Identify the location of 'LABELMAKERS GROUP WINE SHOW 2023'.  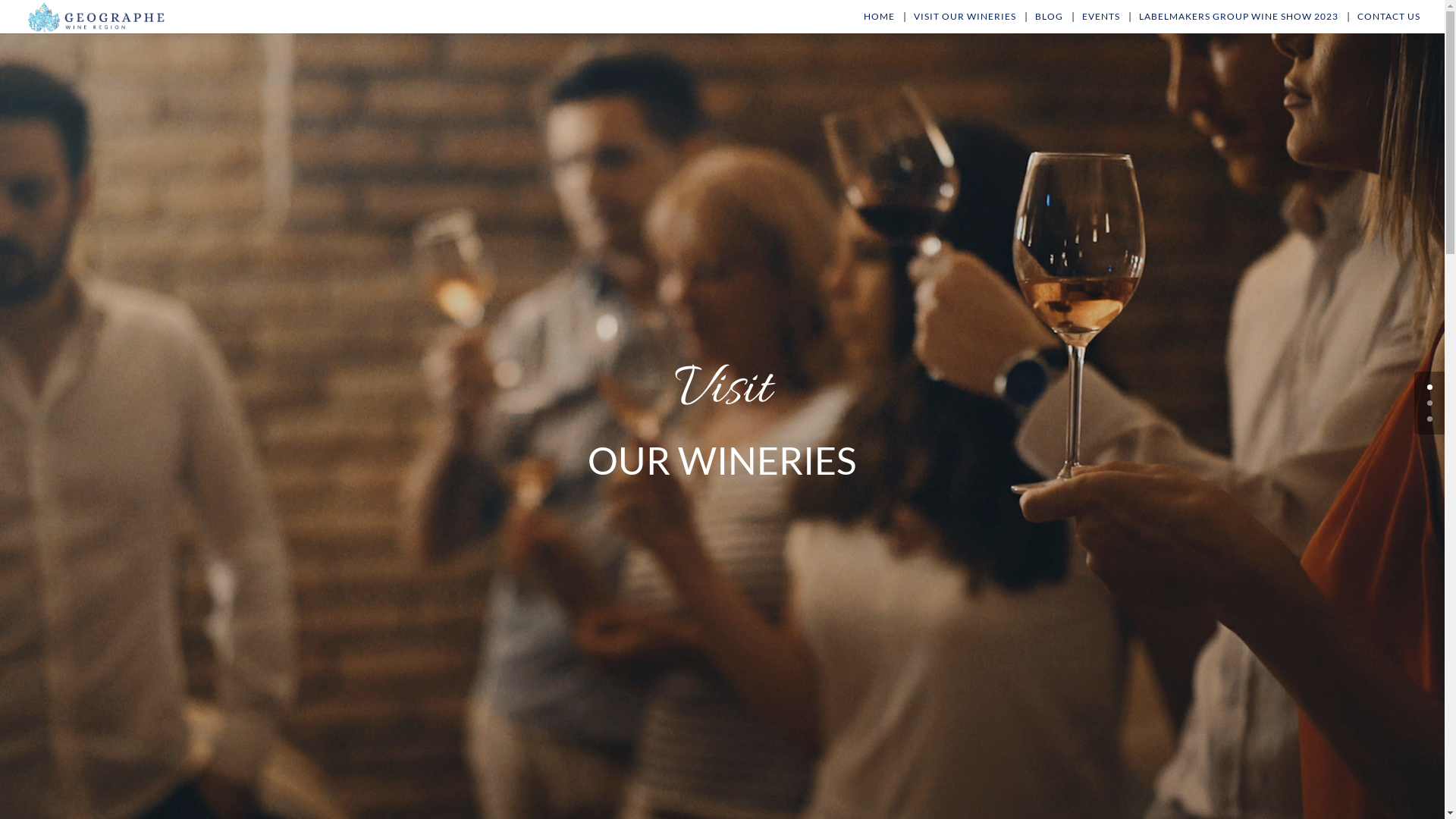
(1238, 22).